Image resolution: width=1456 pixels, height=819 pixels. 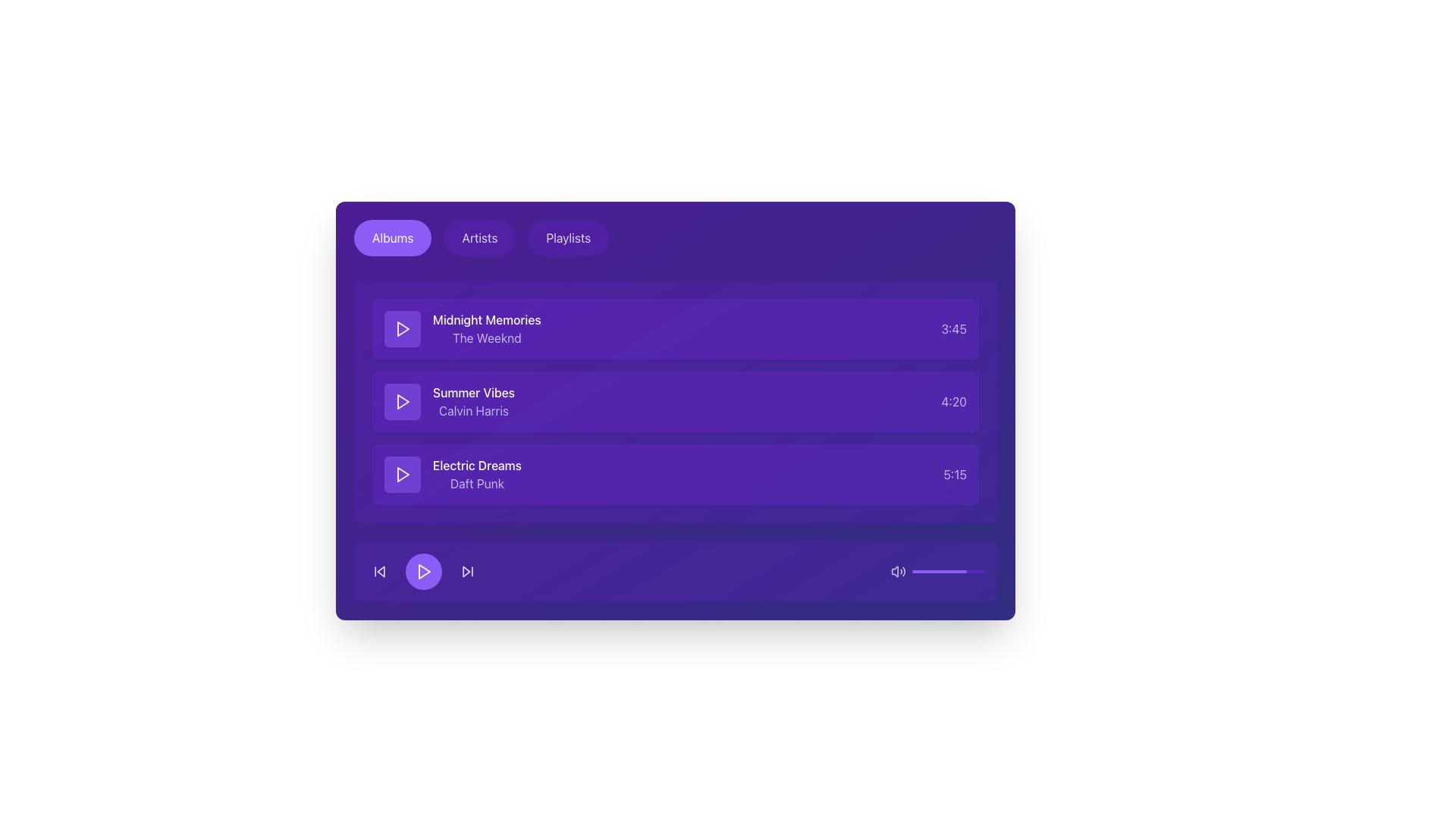 I want to click on the violet speaker icon with sound waves, so click(x=899, y=571).